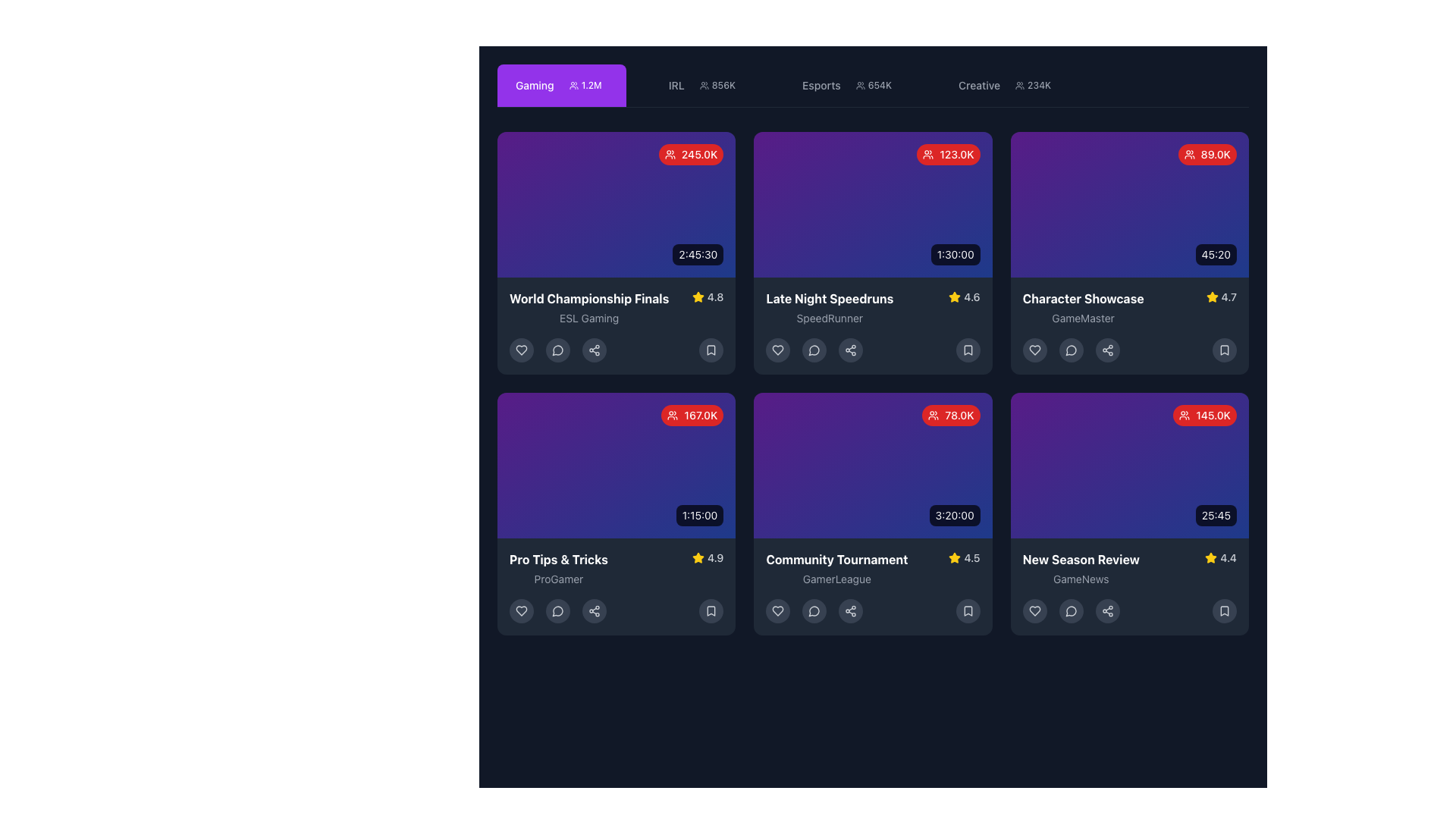  I want to click on rating value from the yellow star and the text '4.9' displayed in the bottom row of the 'Pro Tips & Tricks' tile, located near the top-right corner, so click(707, 558).